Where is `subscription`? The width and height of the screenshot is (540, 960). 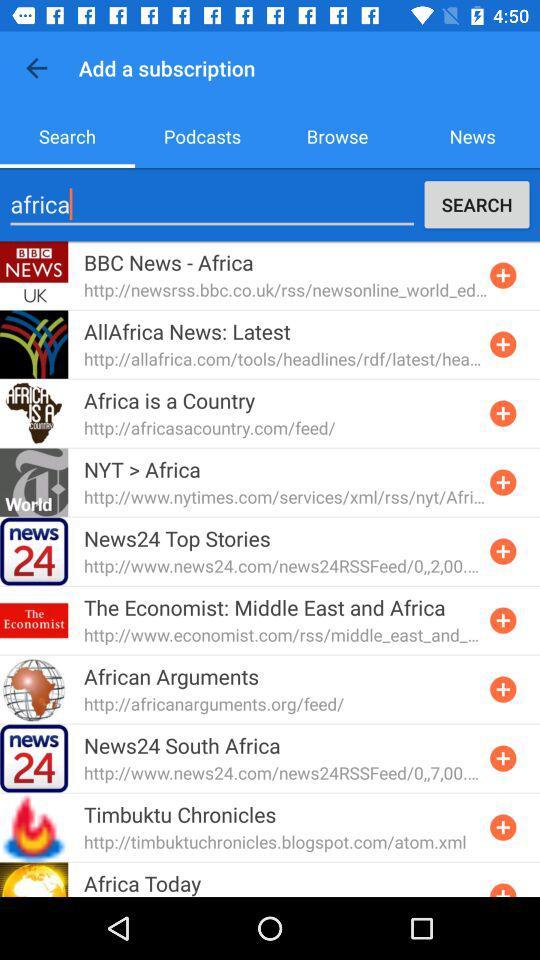
subscription is located at coordinates (502, 887).